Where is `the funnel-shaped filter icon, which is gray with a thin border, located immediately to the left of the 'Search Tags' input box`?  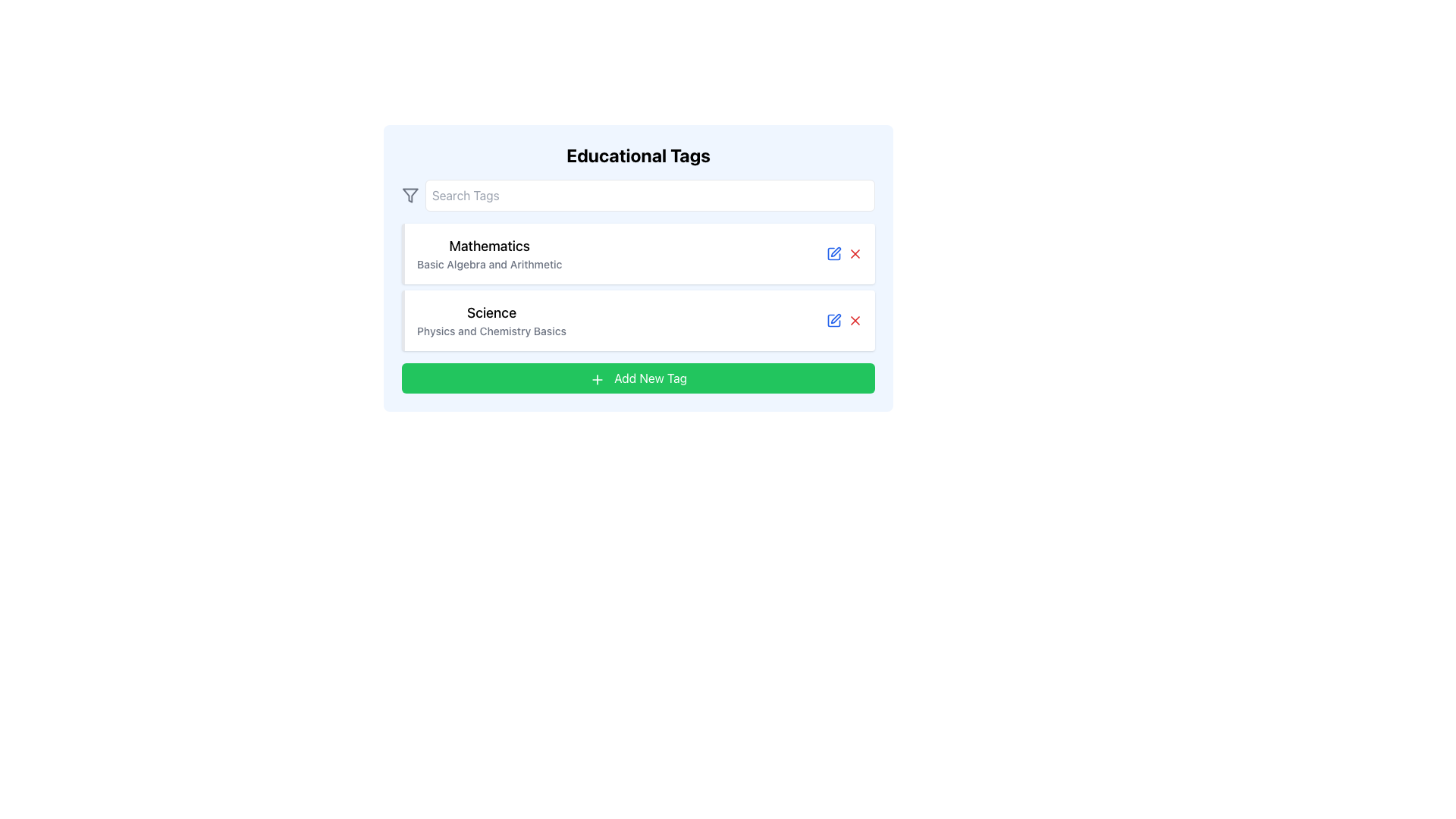
the funnel-shaped filter icon, which is gray with a thin border, located immediately to the left of the 'Search Tags' input box is located at coordinates (410, 195).